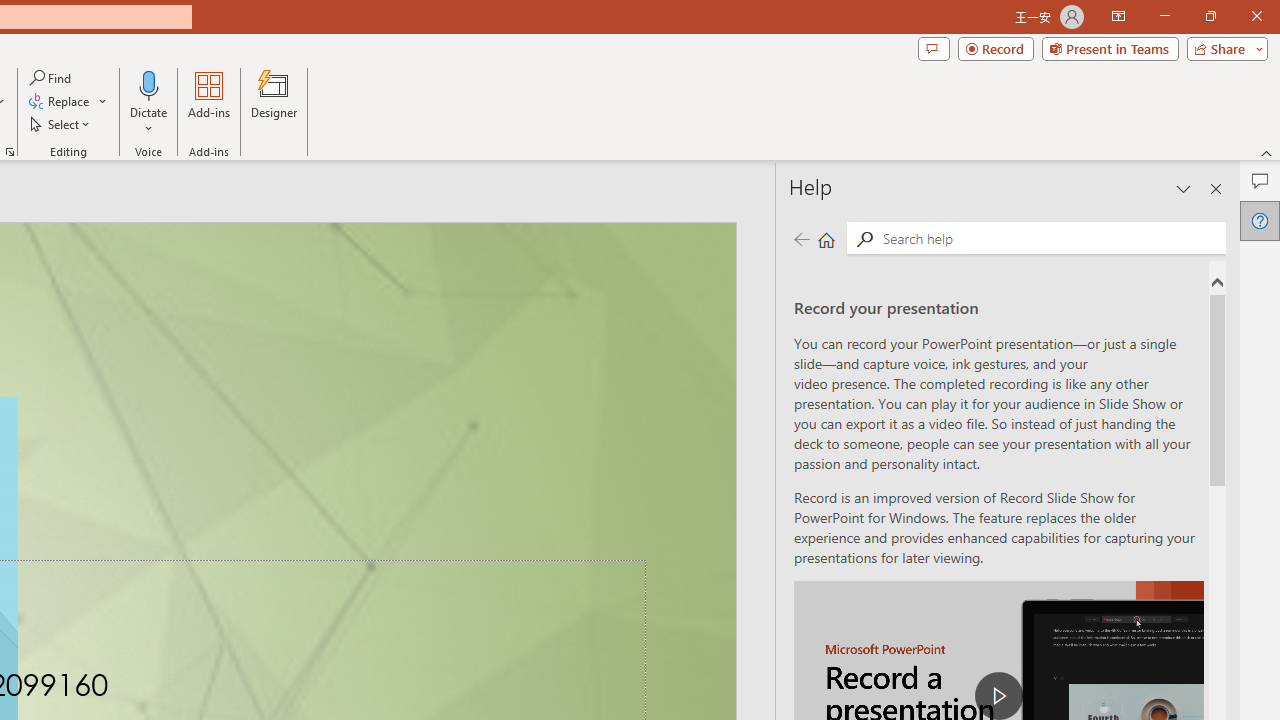 This screenshot has height=720, width=1280. Describe the element at coordinates (60, 101) in the screenshot. I see `'Replace...'` at that location.